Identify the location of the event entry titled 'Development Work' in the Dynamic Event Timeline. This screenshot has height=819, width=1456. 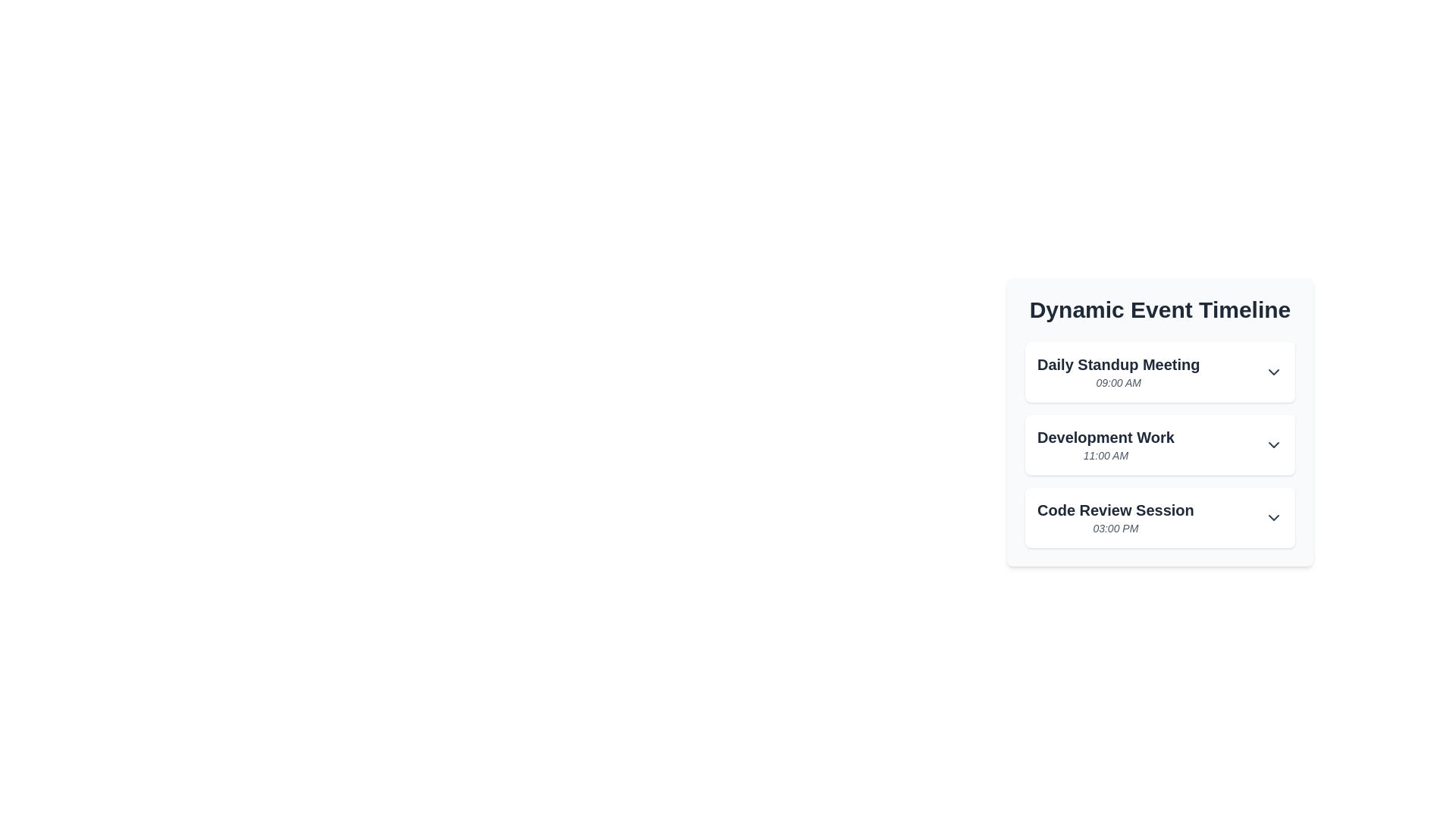
(1159, 444).